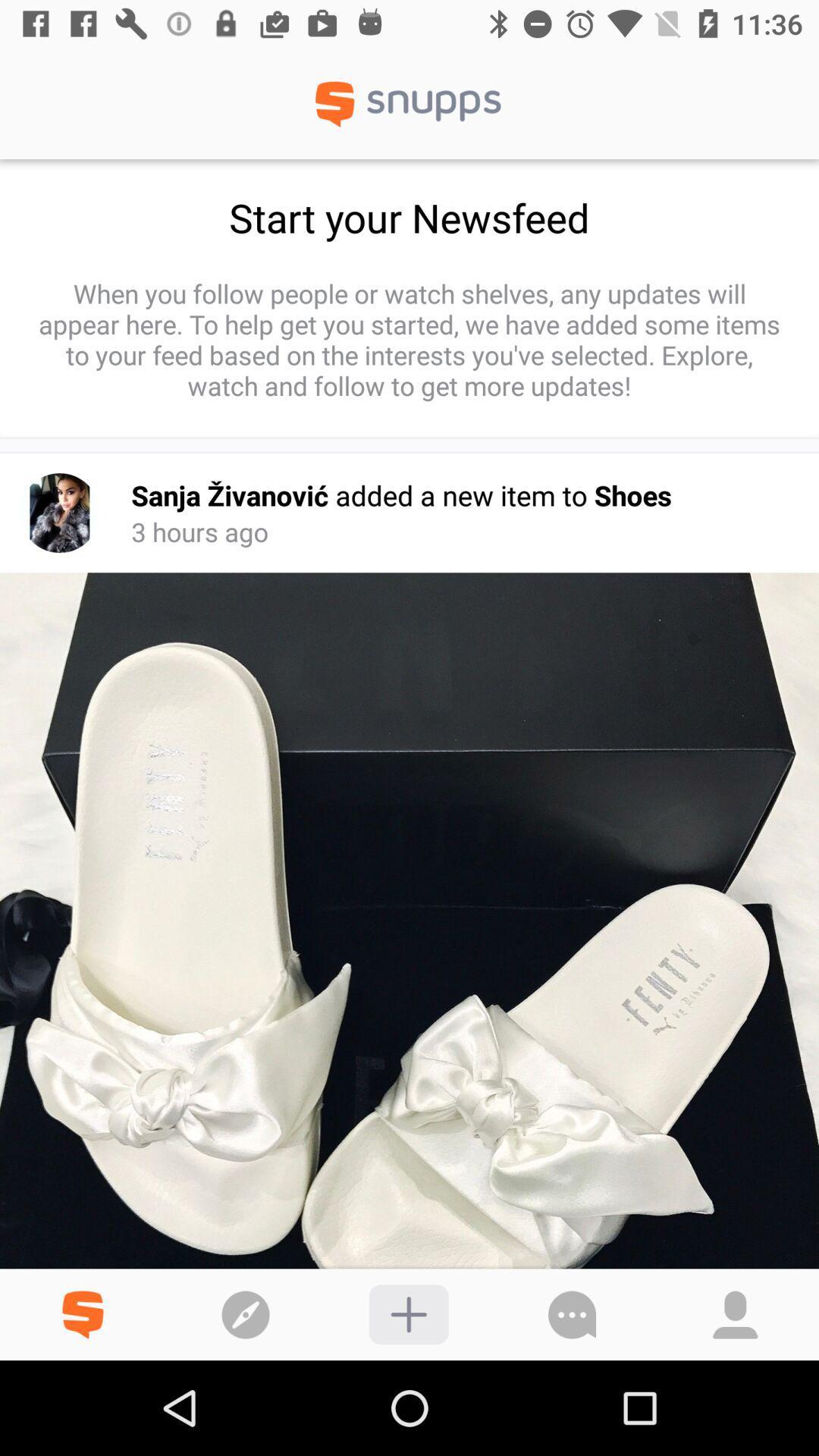 Image resolution: width=819 pixels, height=1456 pixels. I want to click on zoom, so click(408, 1313).